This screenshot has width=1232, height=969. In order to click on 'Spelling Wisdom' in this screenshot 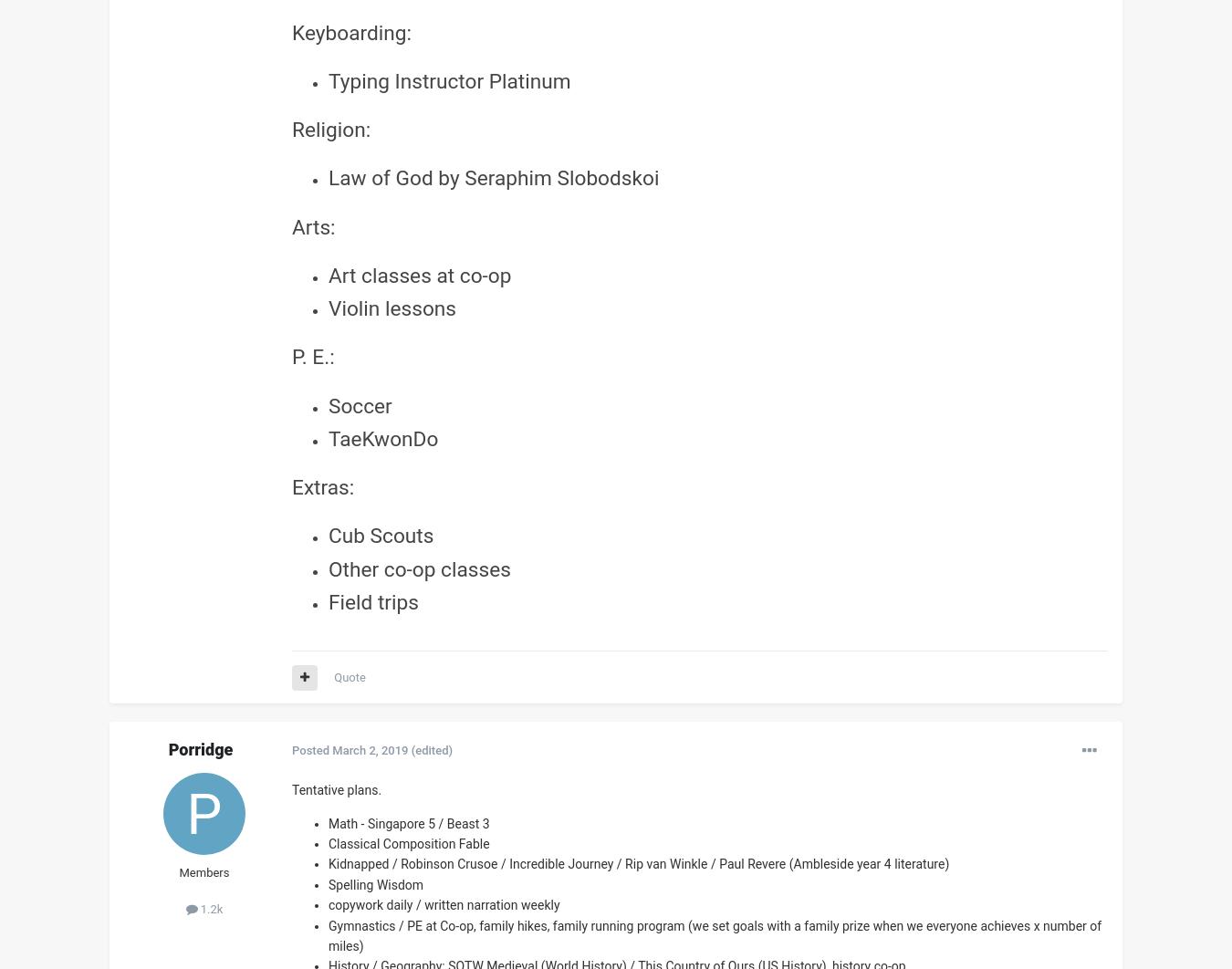, I will do `click(329, 882)`.